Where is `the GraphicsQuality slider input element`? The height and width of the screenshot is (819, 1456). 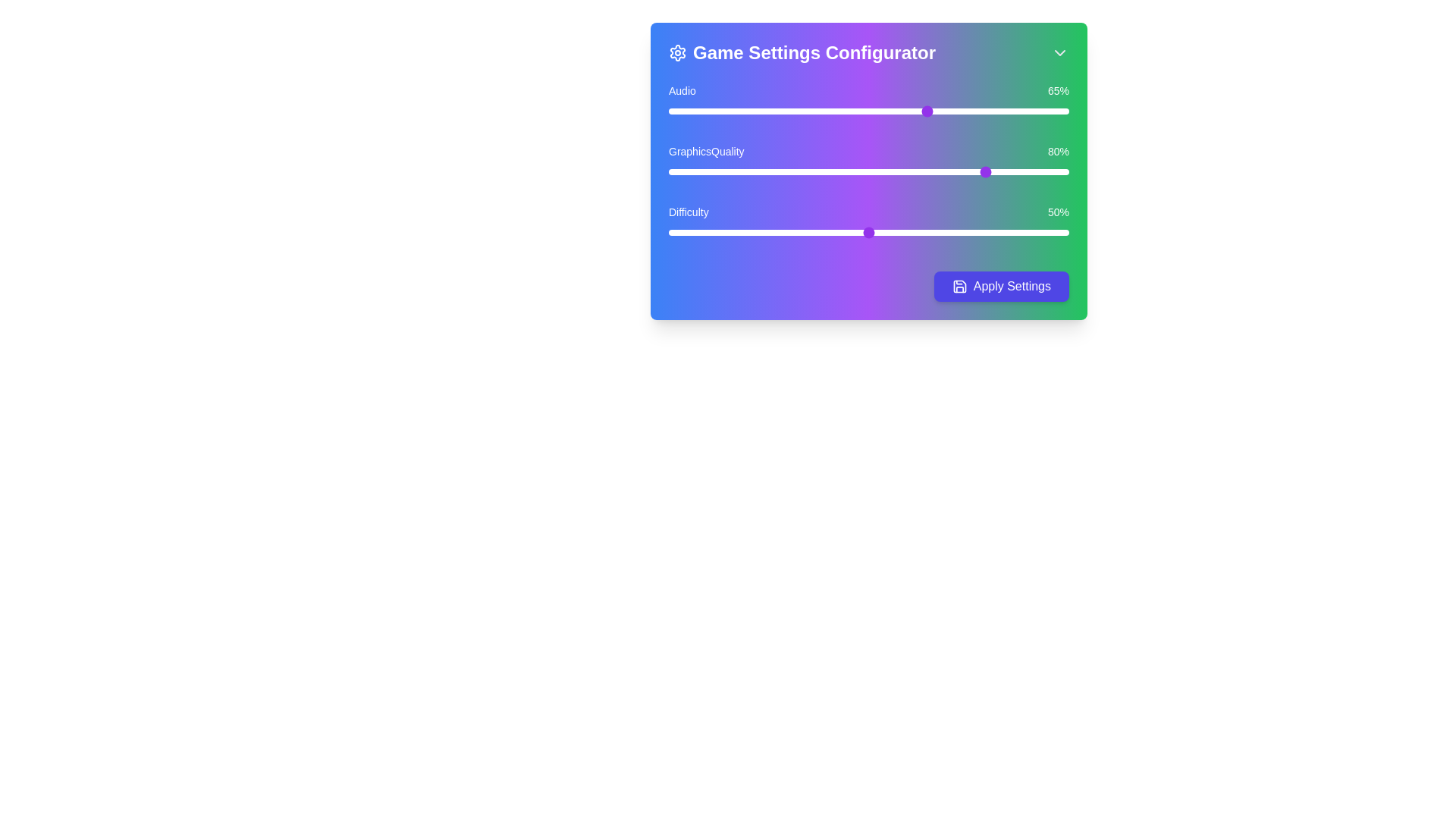 the GraphicsQuality slider input element is located at coordinates (869, 171).